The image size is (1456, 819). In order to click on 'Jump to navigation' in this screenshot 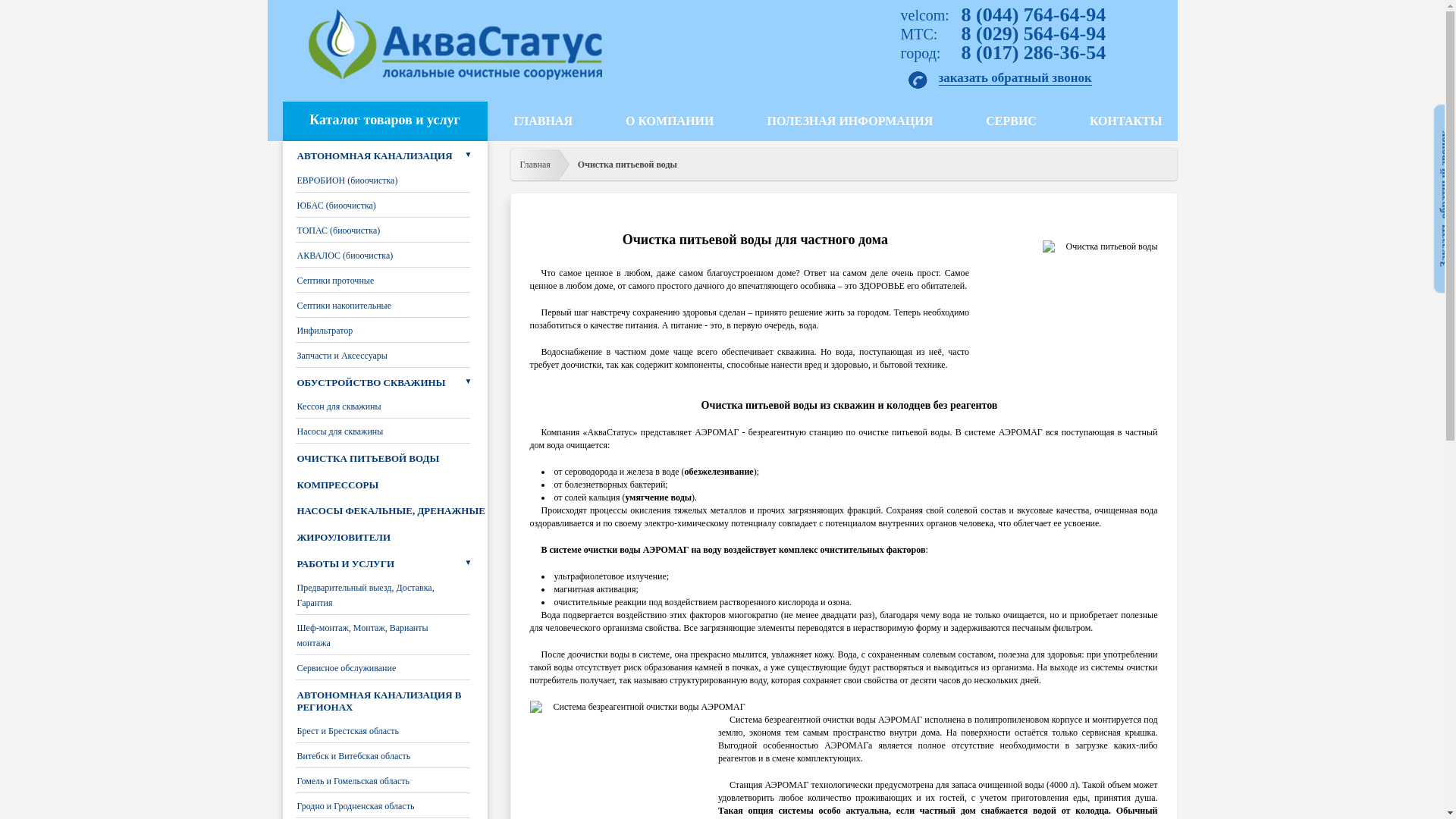, I will do `click(721, 2)`.